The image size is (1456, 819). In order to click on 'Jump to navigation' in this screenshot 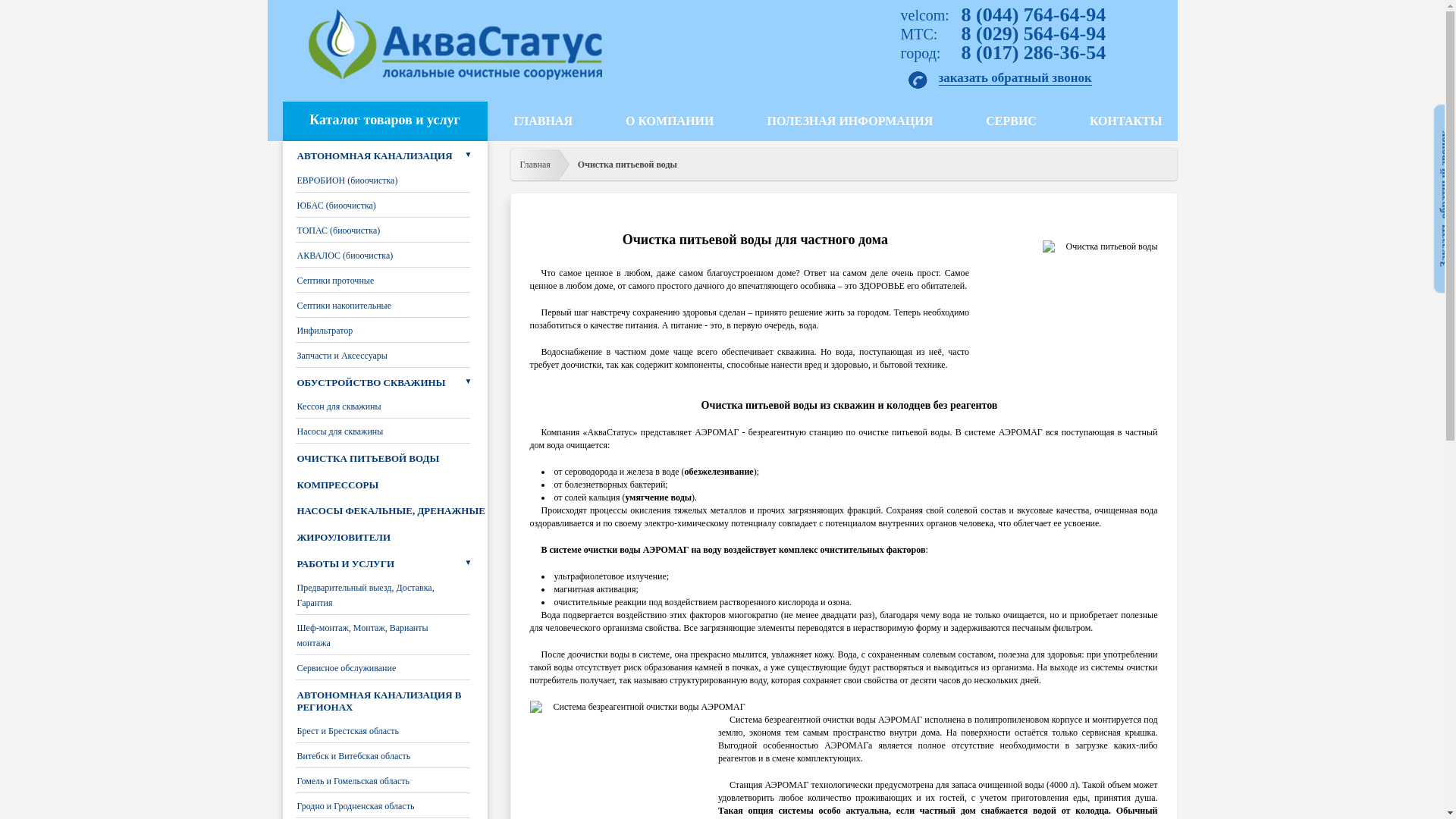, I will do `click(721, 2)`.